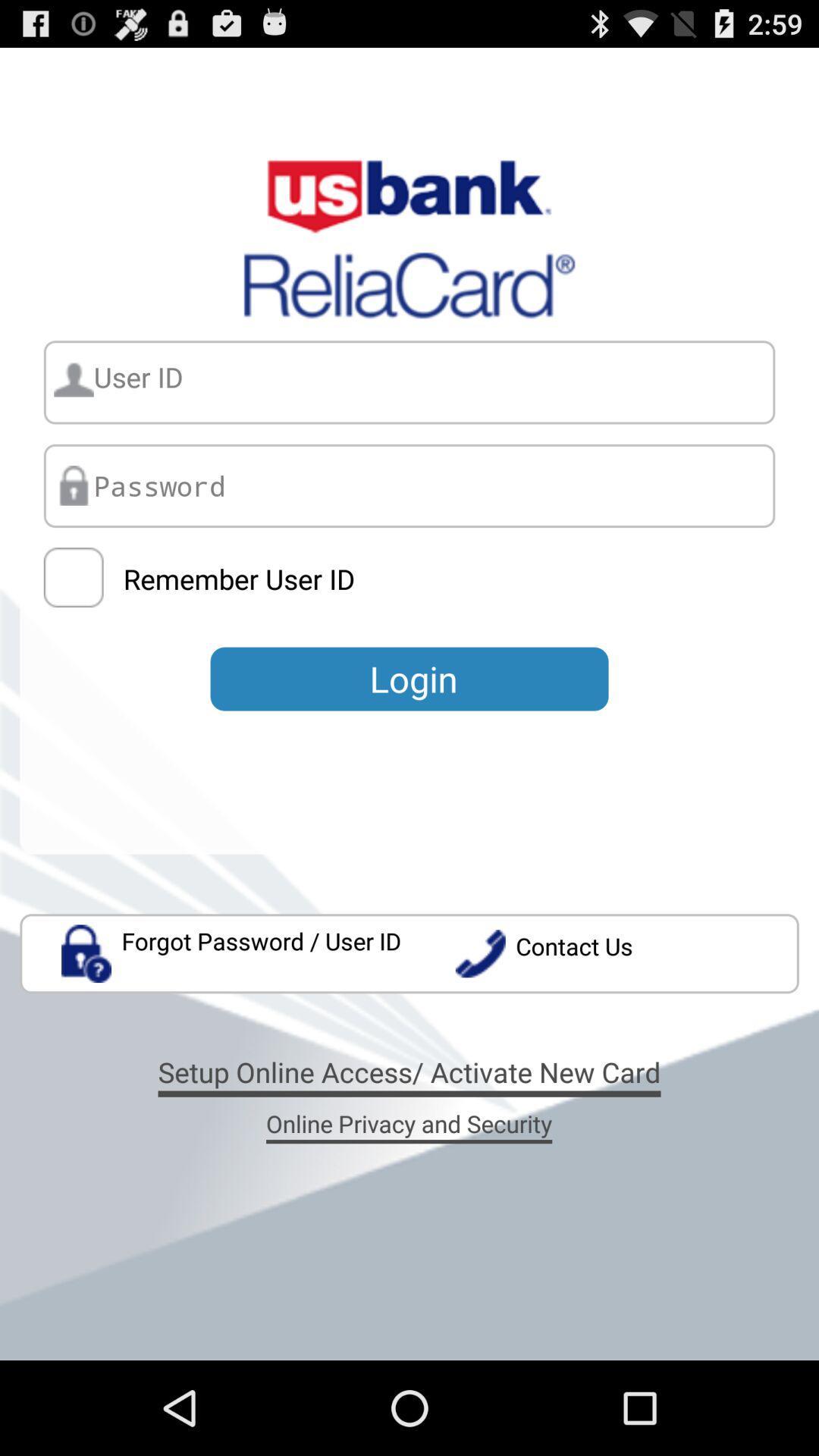 The height and width of the screenshot is (1456, 819). I want to click on the item below login icon, so click(232, 952).